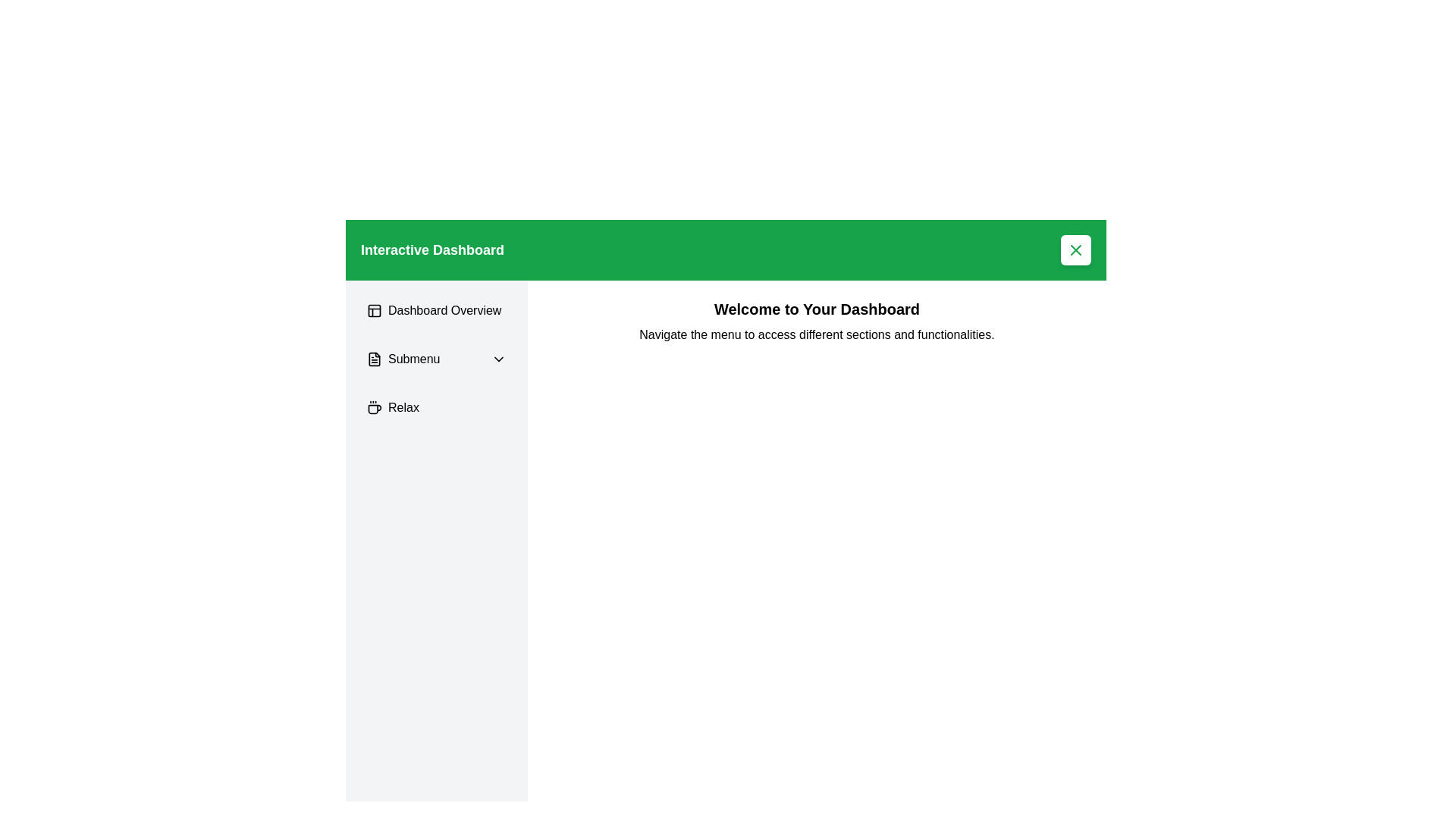 The width and height of the screenshot is (1456, 819). What do you see at coordinates (403, 359) in the screenshot?
I see `the 'Submenu' label located in the vertical navigation sidebar` at bounding box center [403, 359].